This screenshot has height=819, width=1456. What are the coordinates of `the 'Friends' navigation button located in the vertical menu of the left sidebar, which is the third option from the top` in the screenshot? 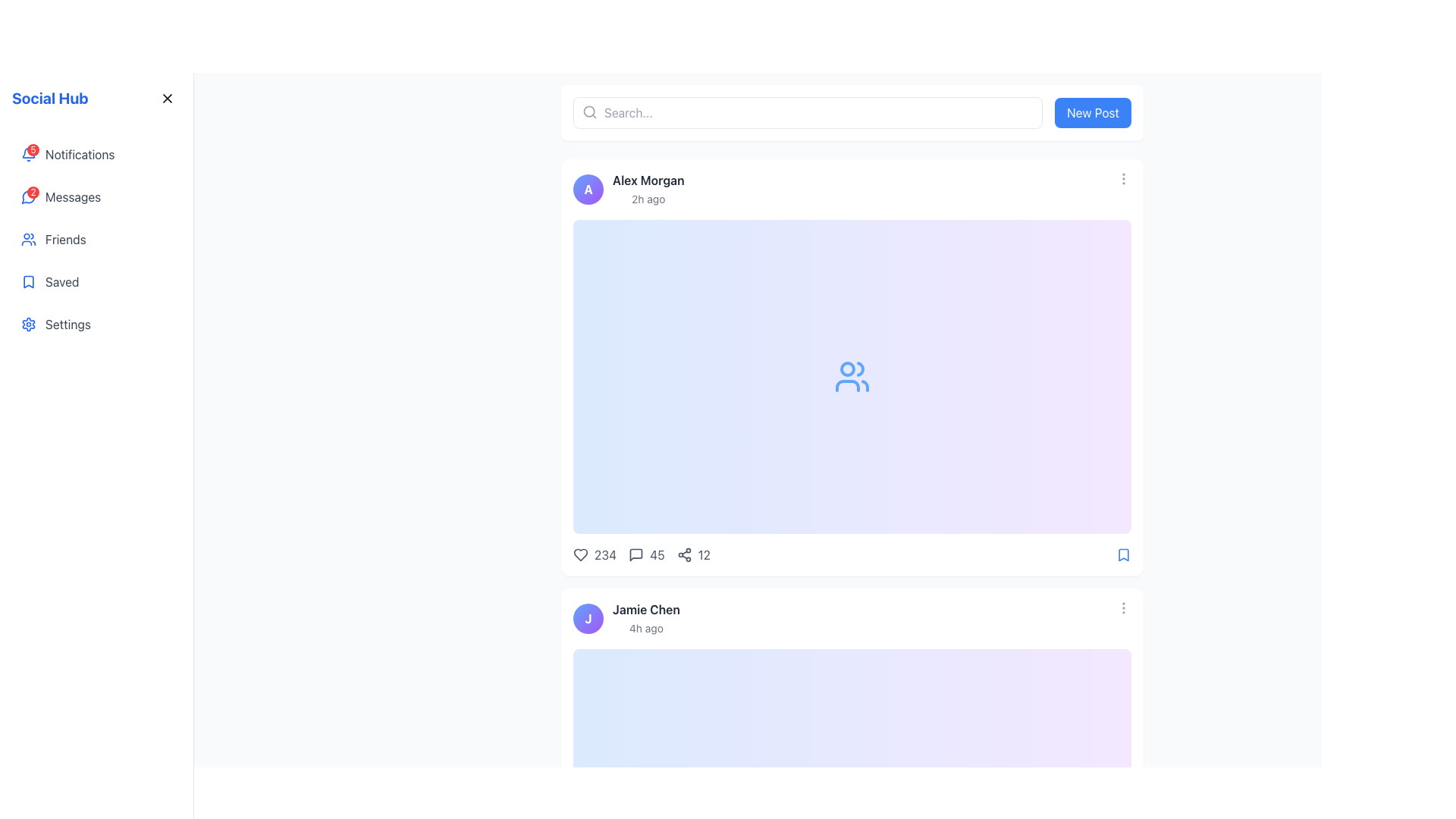 It's located at (96, 239).